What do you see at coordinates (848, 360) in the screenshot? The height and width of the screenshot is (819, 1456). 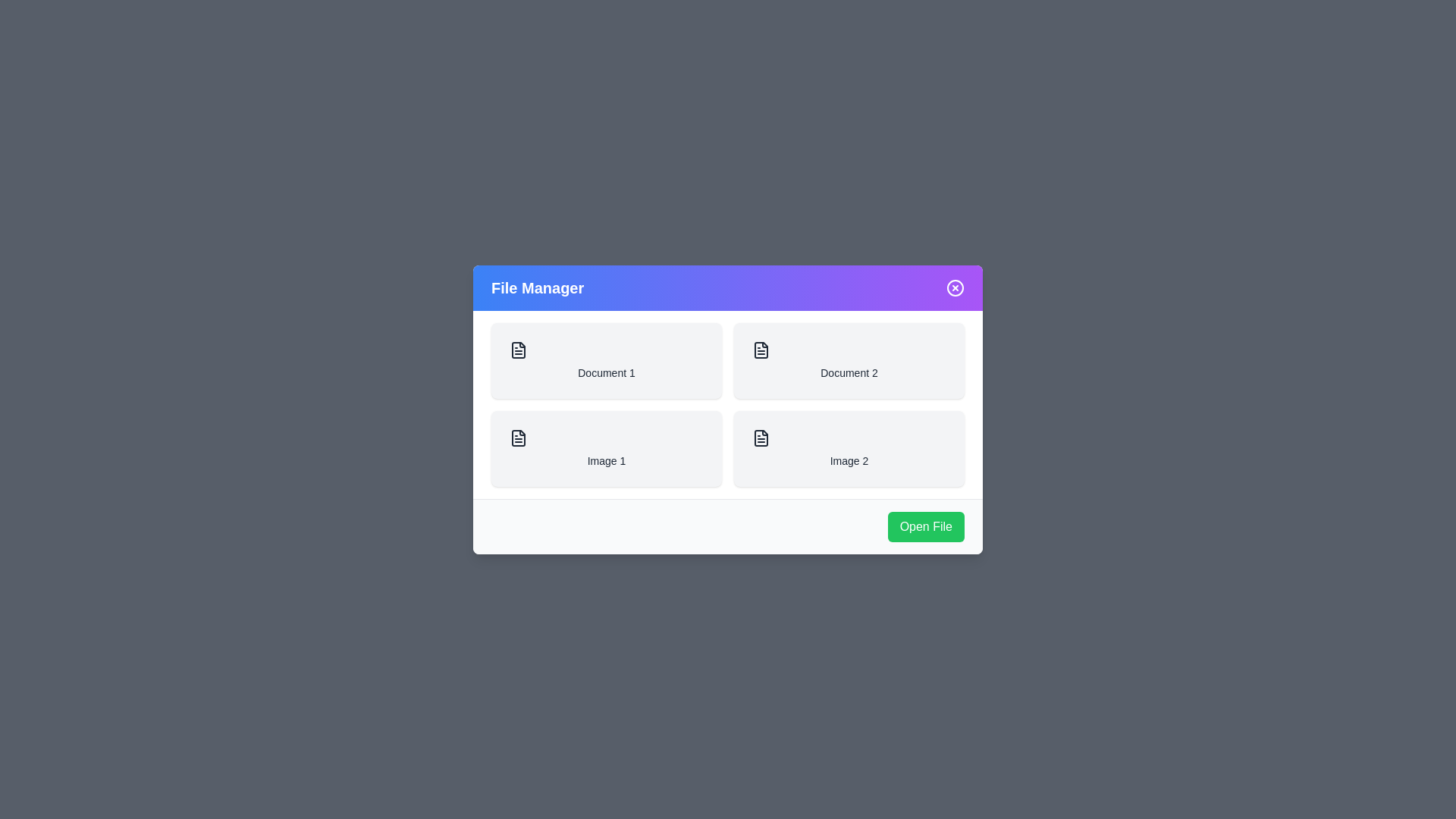 I see `the file item Document 2 from the list` at bounding box center [848, 360].